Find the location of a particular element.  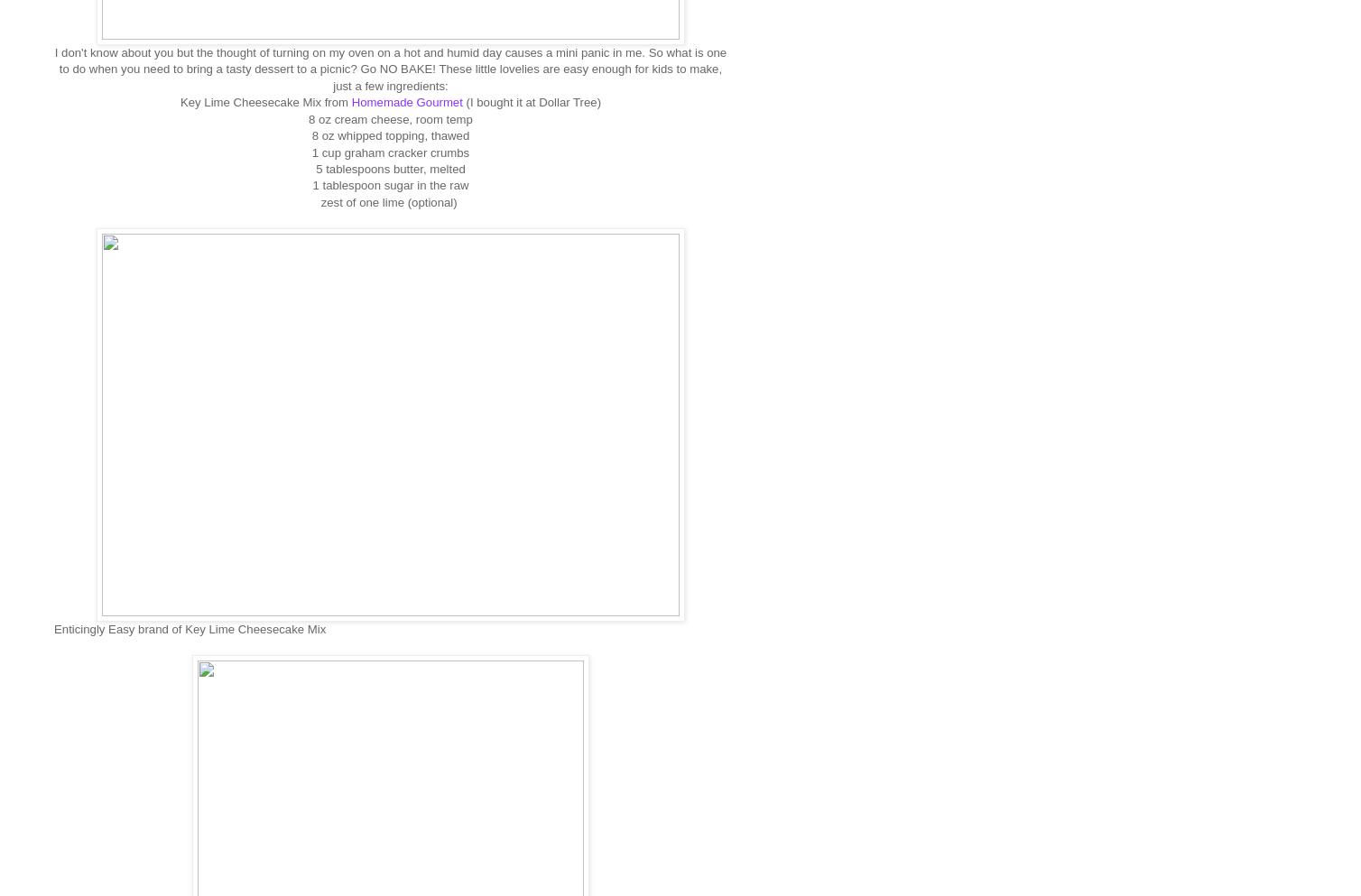

'Homemade Gourmet' is located at coordinates (351, 101).